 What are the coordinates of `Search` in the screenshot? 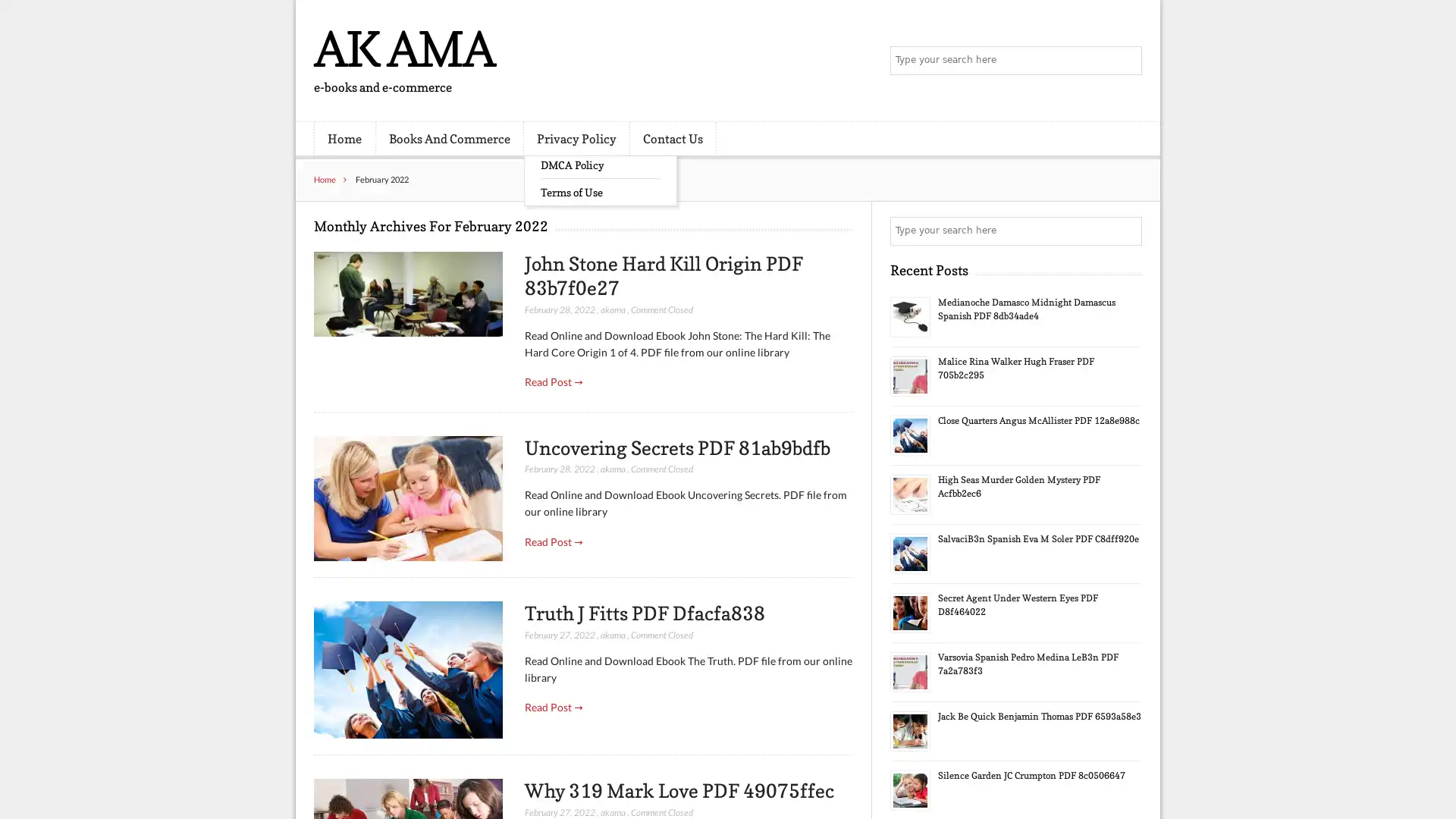 It's located at (1126, 61).